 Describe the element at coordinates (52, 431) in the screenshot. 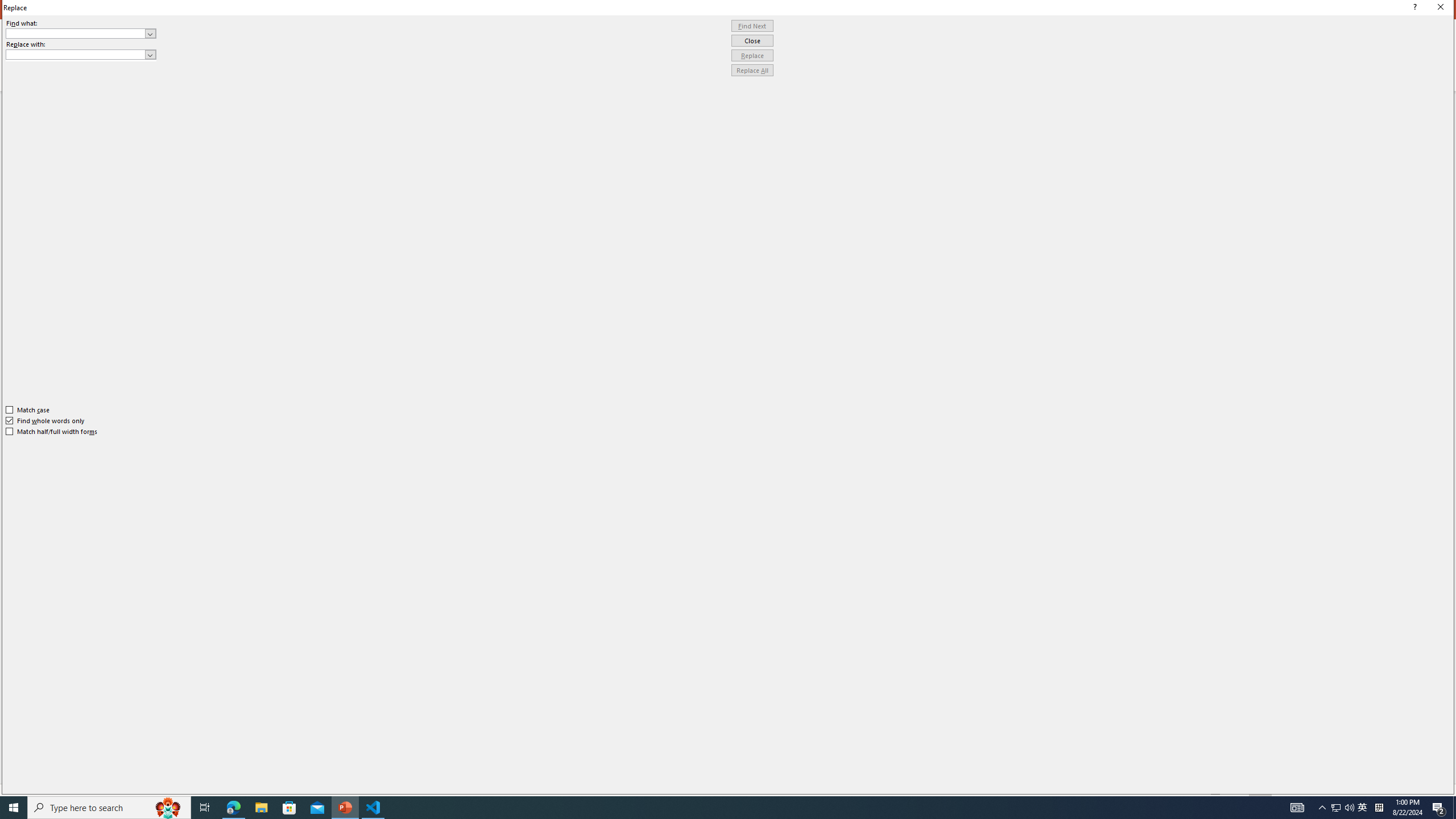

I see `'Match half/full width forms'` at that location.